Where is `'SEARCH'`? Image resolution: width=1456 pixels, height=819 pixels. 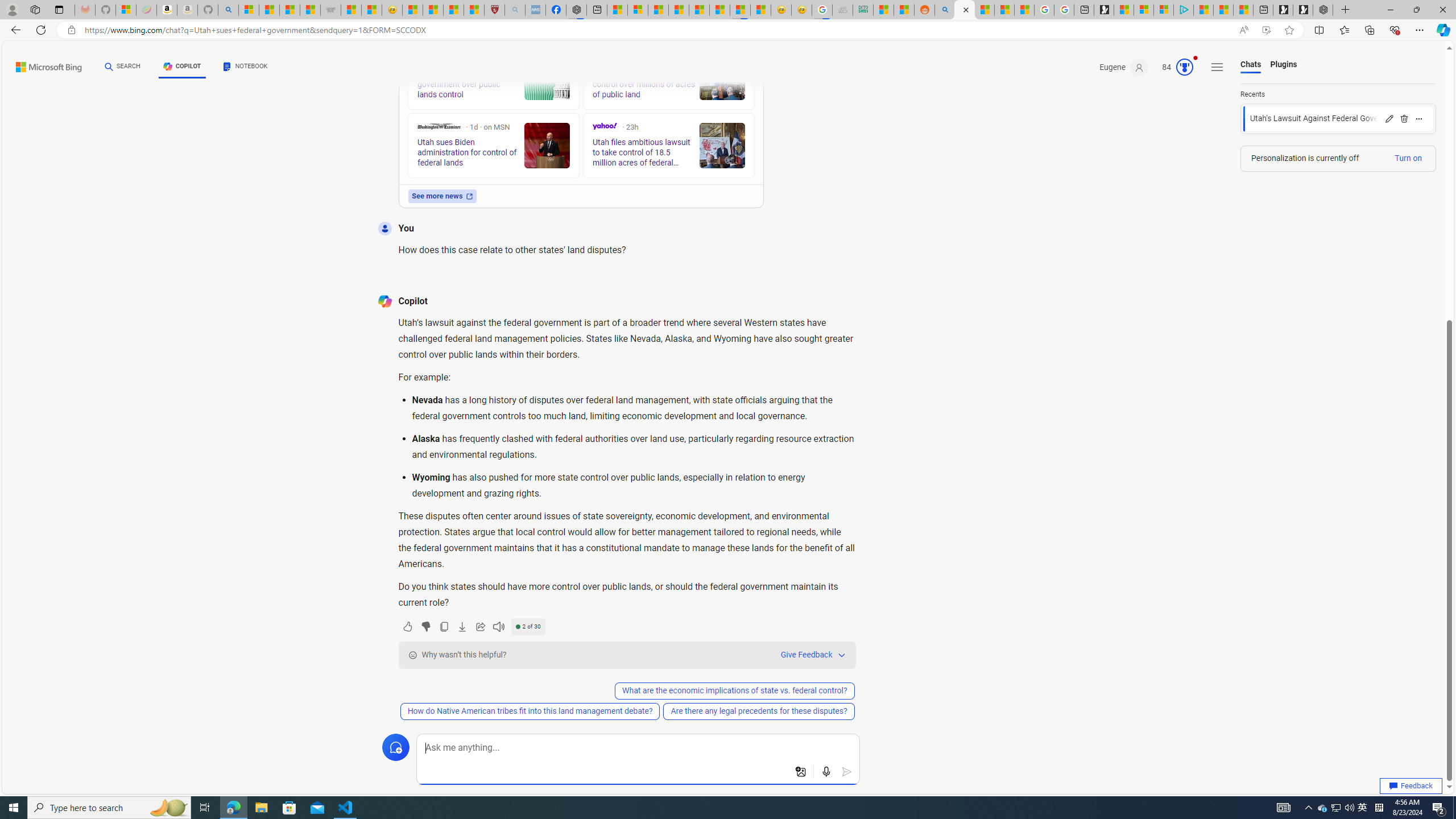 'SEARCH' is located at coordinates (123, 66).